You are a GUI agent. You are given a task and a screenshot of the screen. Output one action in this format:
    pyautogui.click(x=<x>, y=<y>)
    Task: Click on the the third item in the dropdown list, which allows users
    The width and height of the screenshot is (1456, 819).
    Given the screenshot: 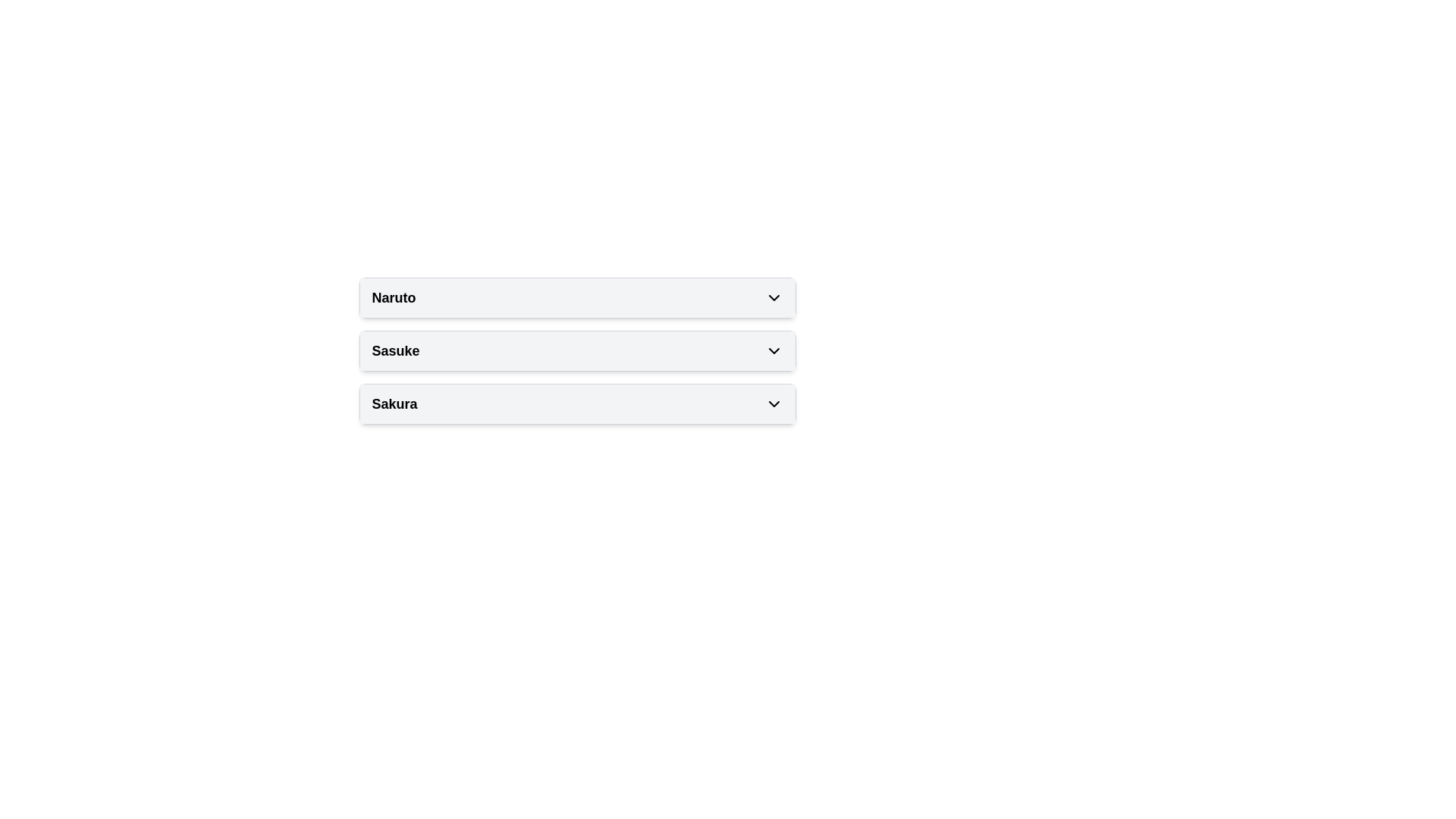 What is the action you would take?
    pyautogui.click(x=576, y=403)
    